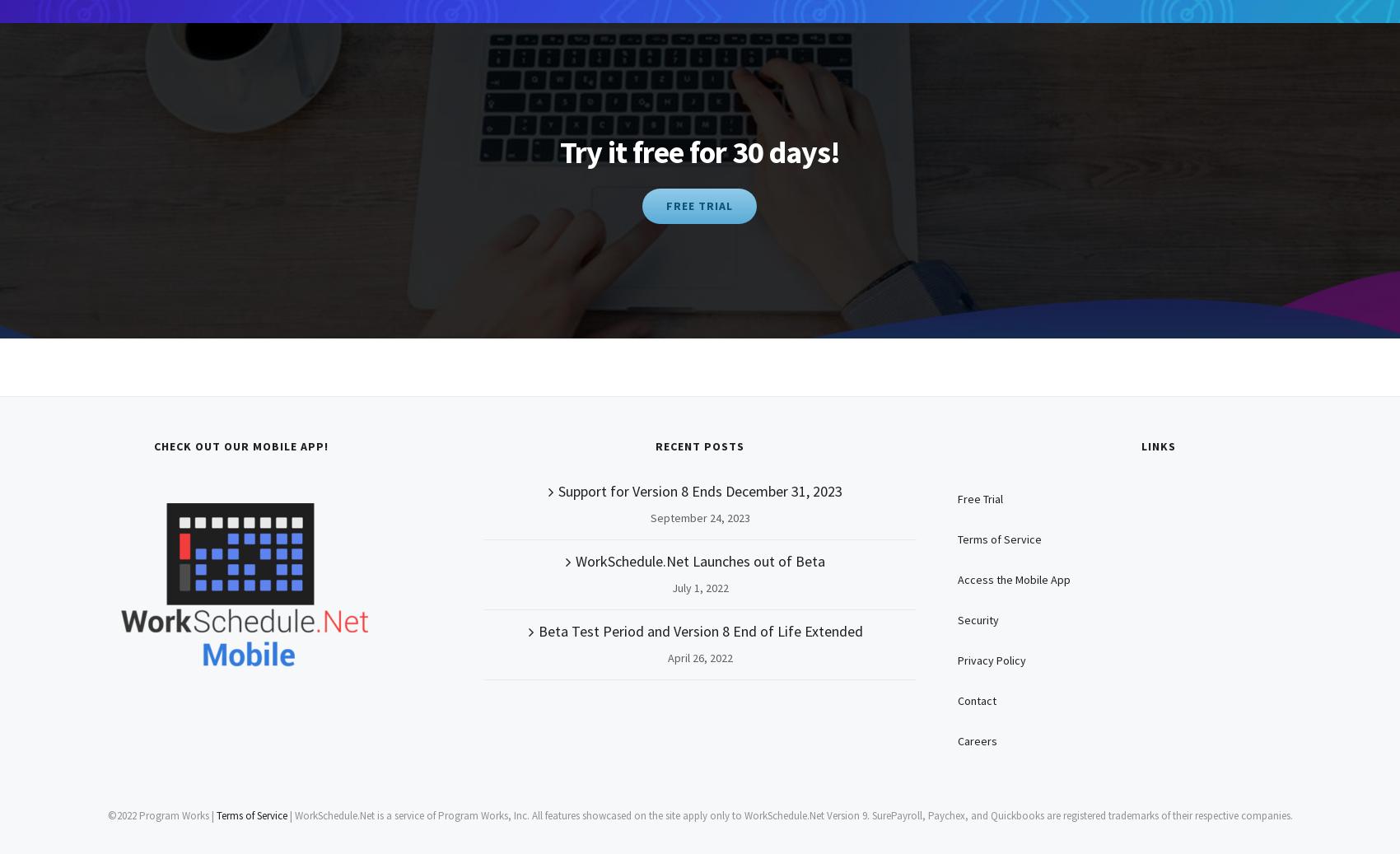 This screenshot has width=1400, height=854. What do you see at coordinates (700, 656) in the screenshot?
I see `'April 26, 2022'` at bounding box center [700, 656].